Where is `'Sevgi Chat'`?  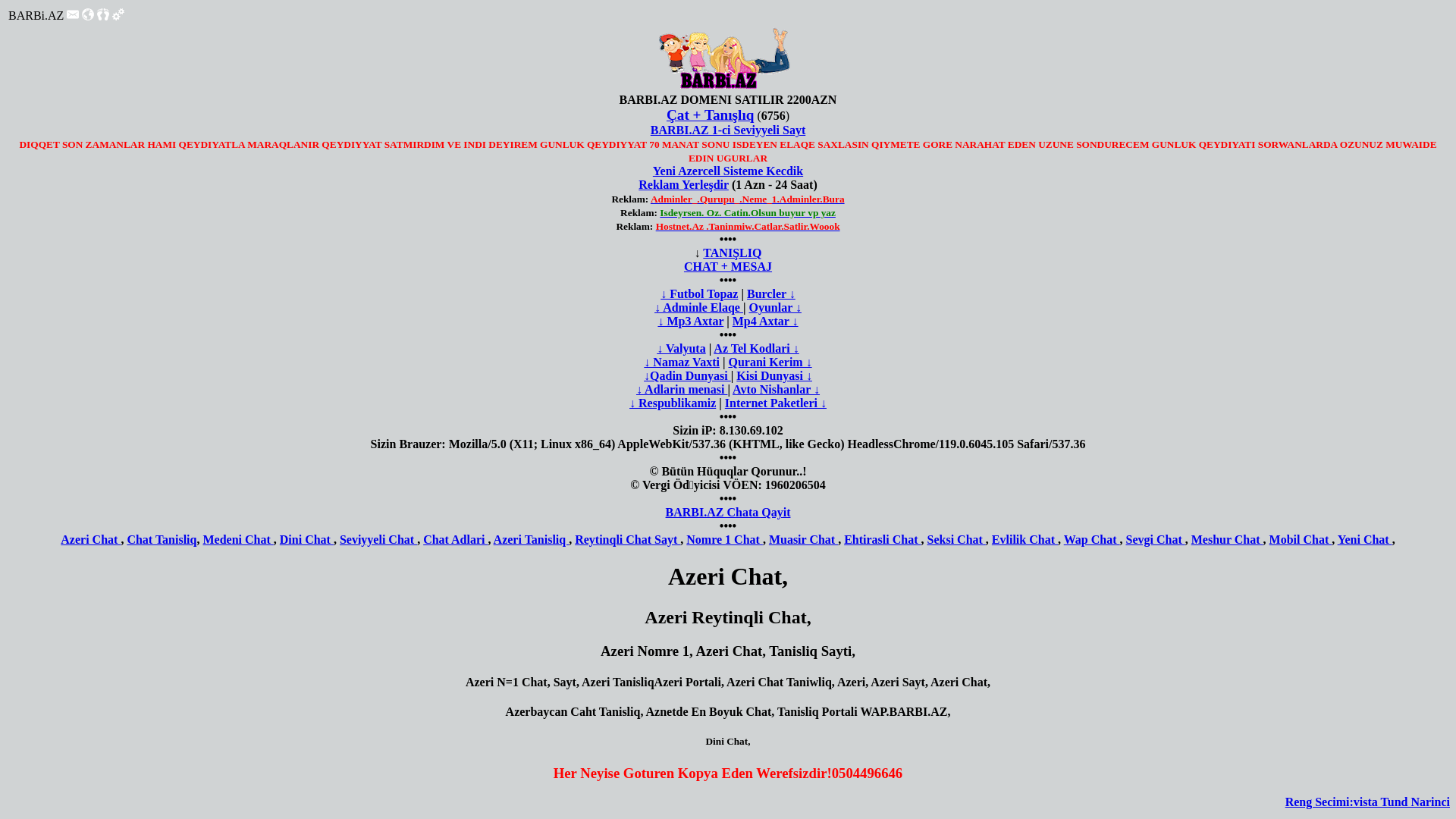 'Sevgi Chat' is located at coordinates (1154, 538).